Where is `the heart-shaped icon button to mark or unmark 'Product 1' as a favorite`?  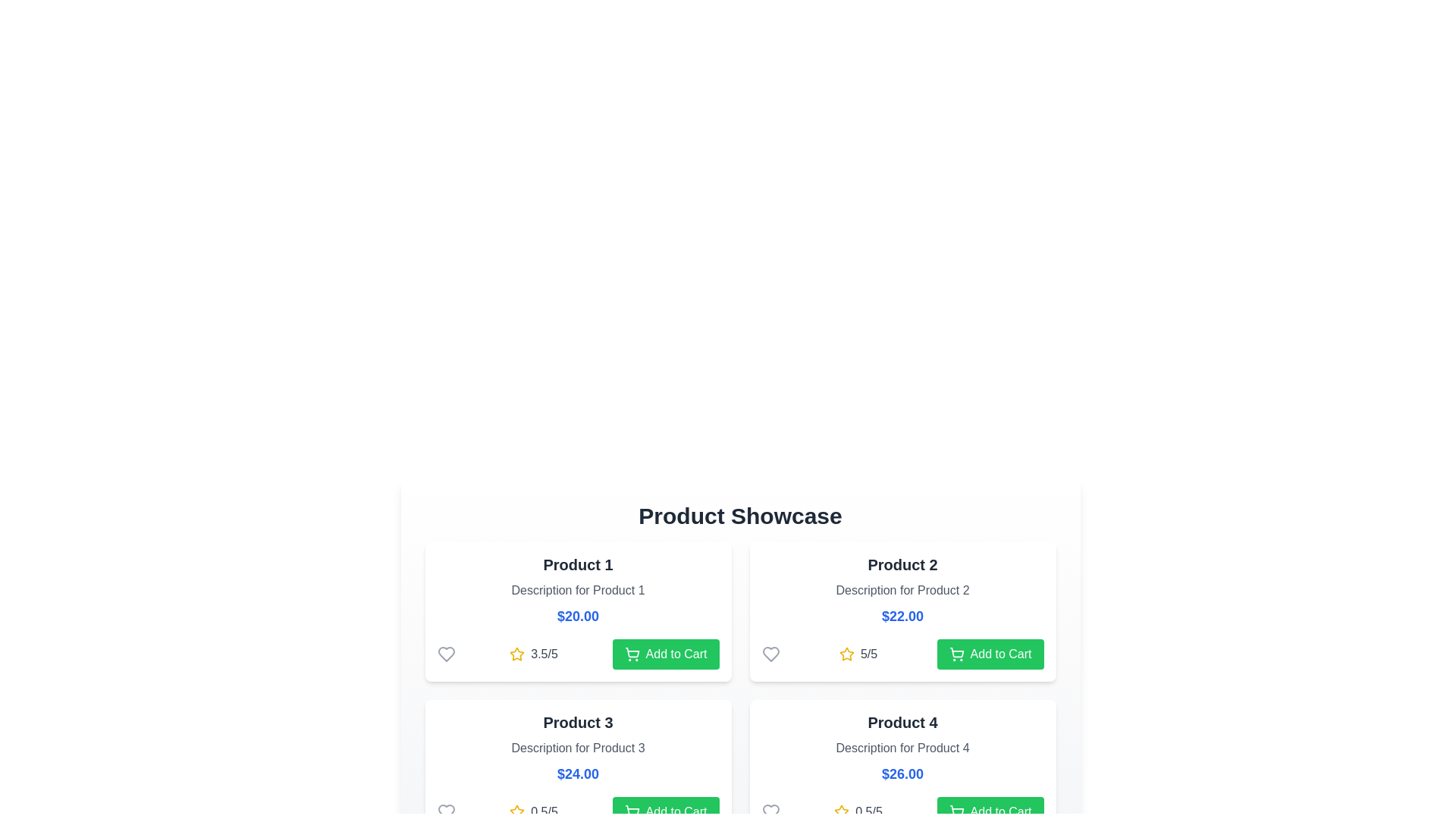
the heart-shaped icon button to mark or unmark 'Product 1' as a favorite is located at coordinates (445, 654).